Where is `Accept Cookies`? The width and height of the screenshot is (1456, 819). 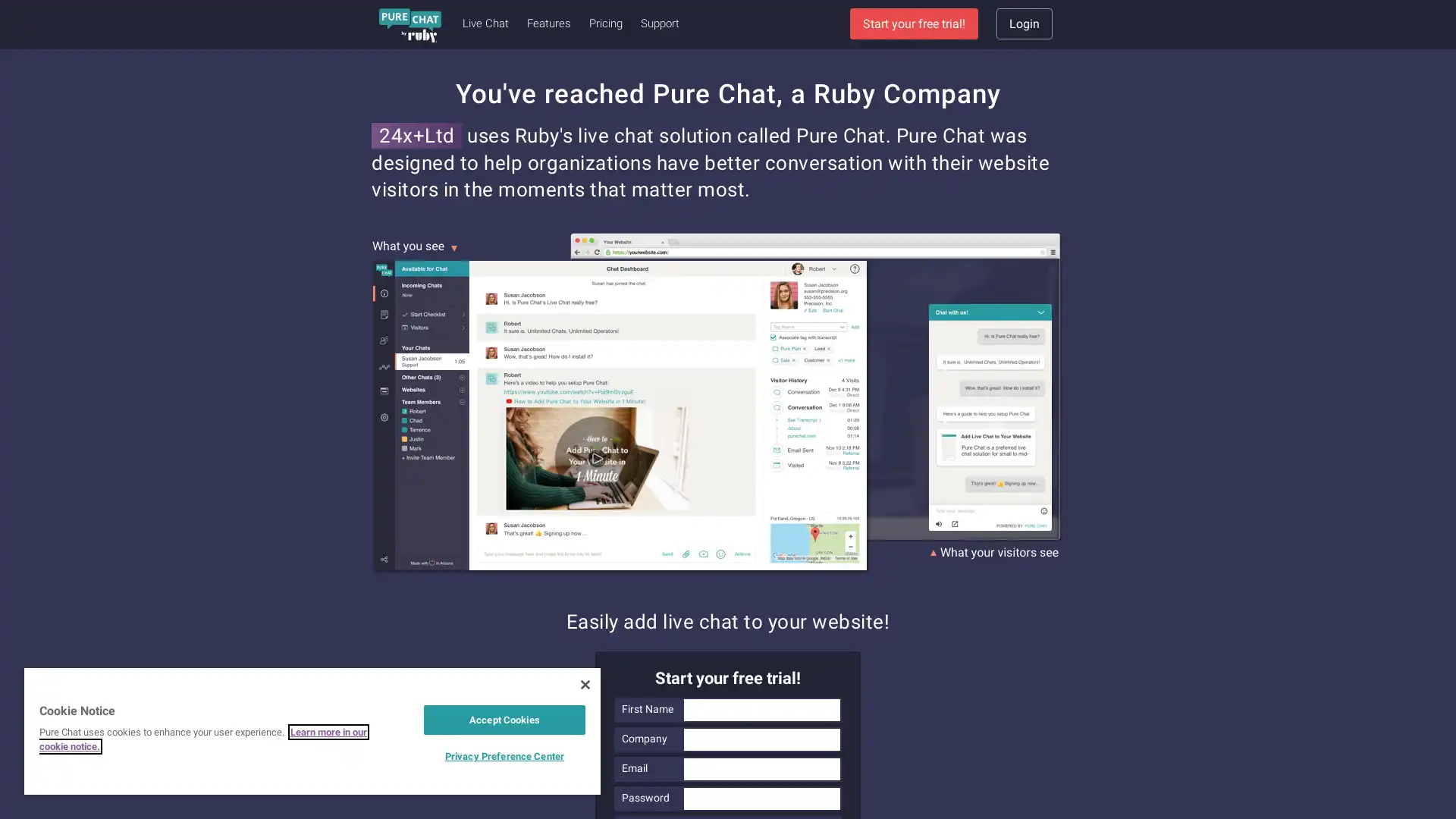 Accept Cookies is located at coordinates (504, 718).